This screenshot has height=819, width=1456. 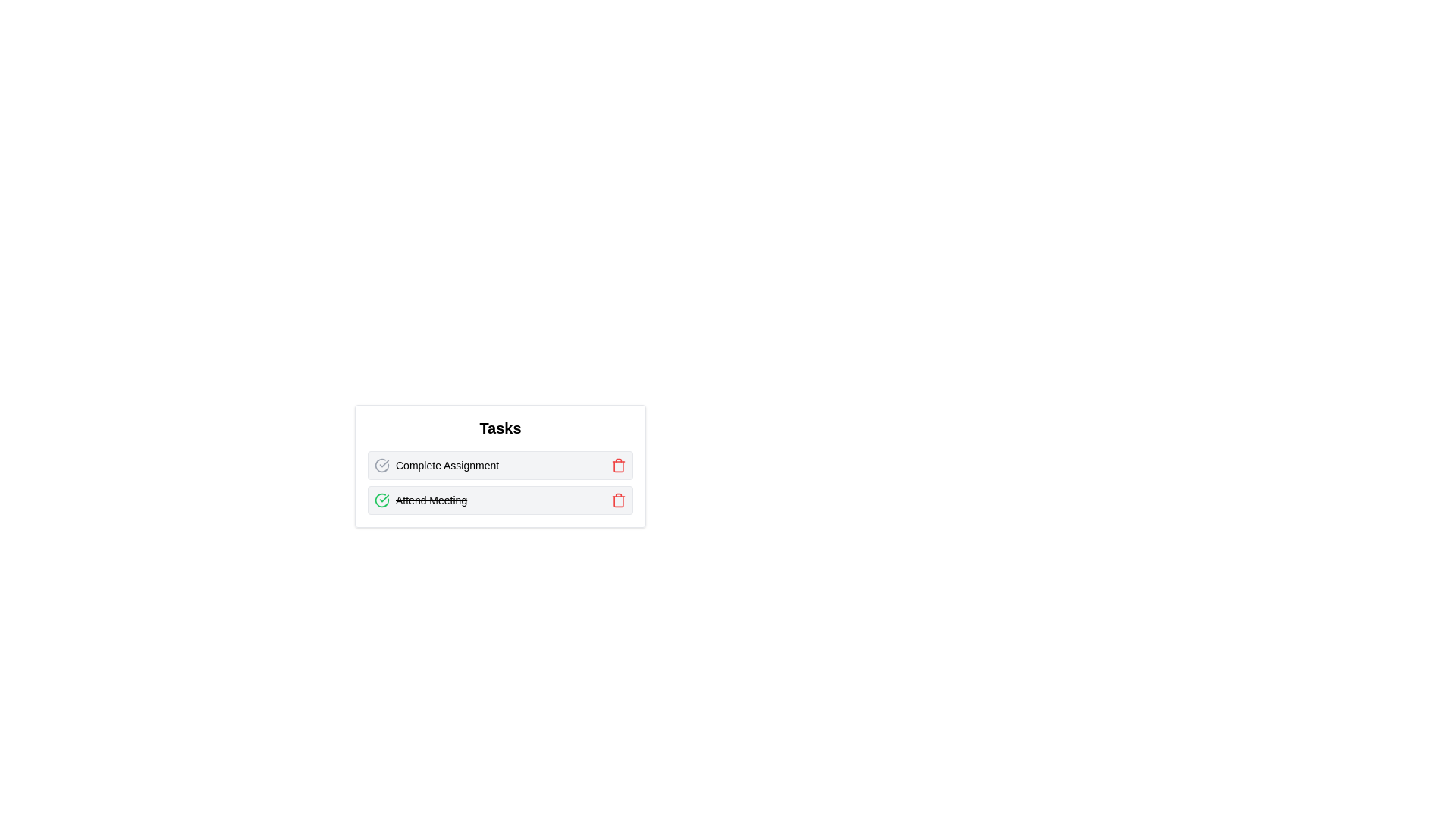 What do you see at coordinates (436, 464) in the screenshot?
I see `text of the completed task label, which is the first item in the vertically stacked list under the 'Tasks' heading` at bounding box center [436, 464].